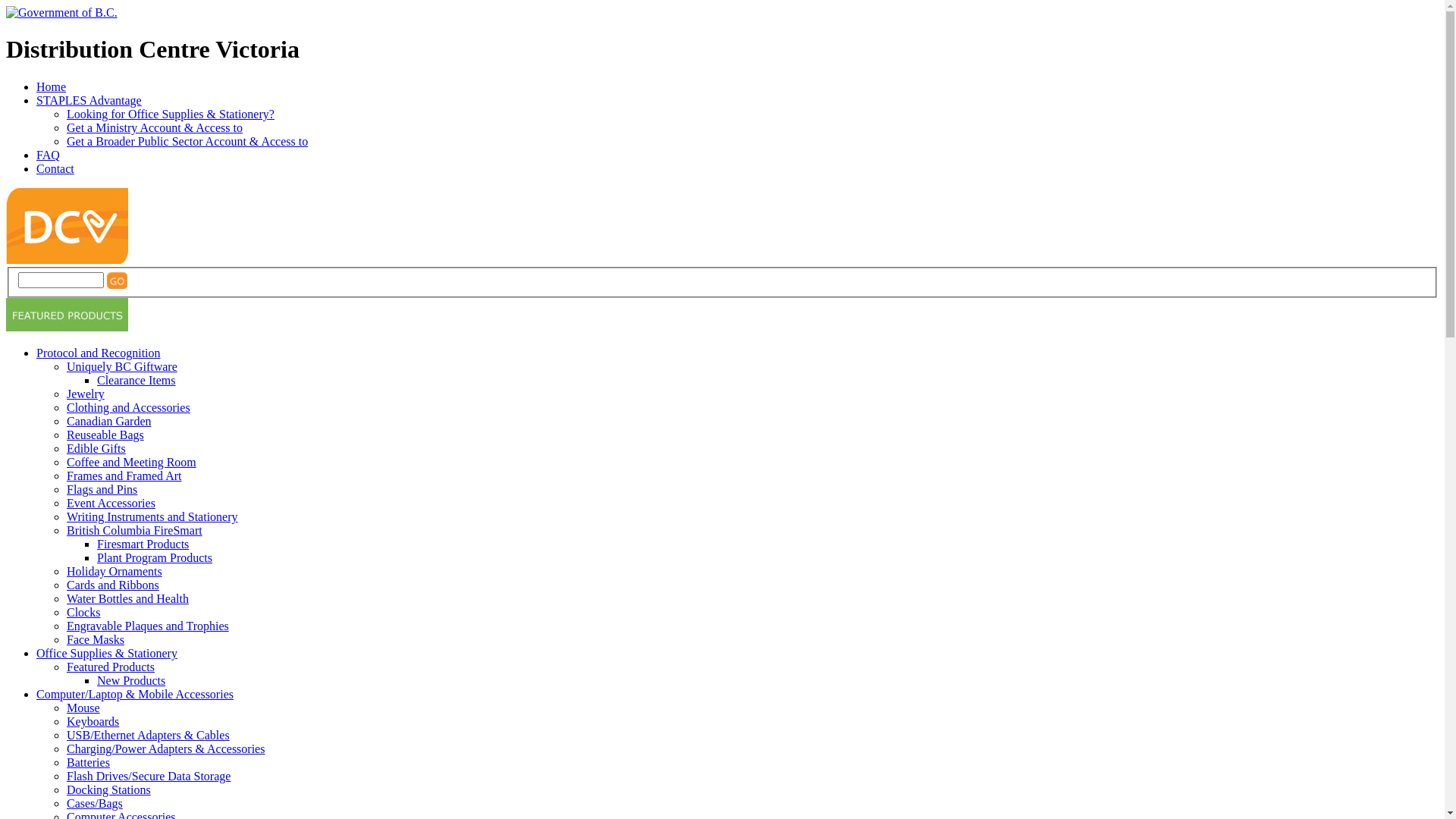 Image resolution: width=1456 pixels, height=819 pixels. What do you see at coordinates (165, 748) in the screenshot?
I see `'Charging/Power Adapters & Accessories'` at bounding box center [165, 748].